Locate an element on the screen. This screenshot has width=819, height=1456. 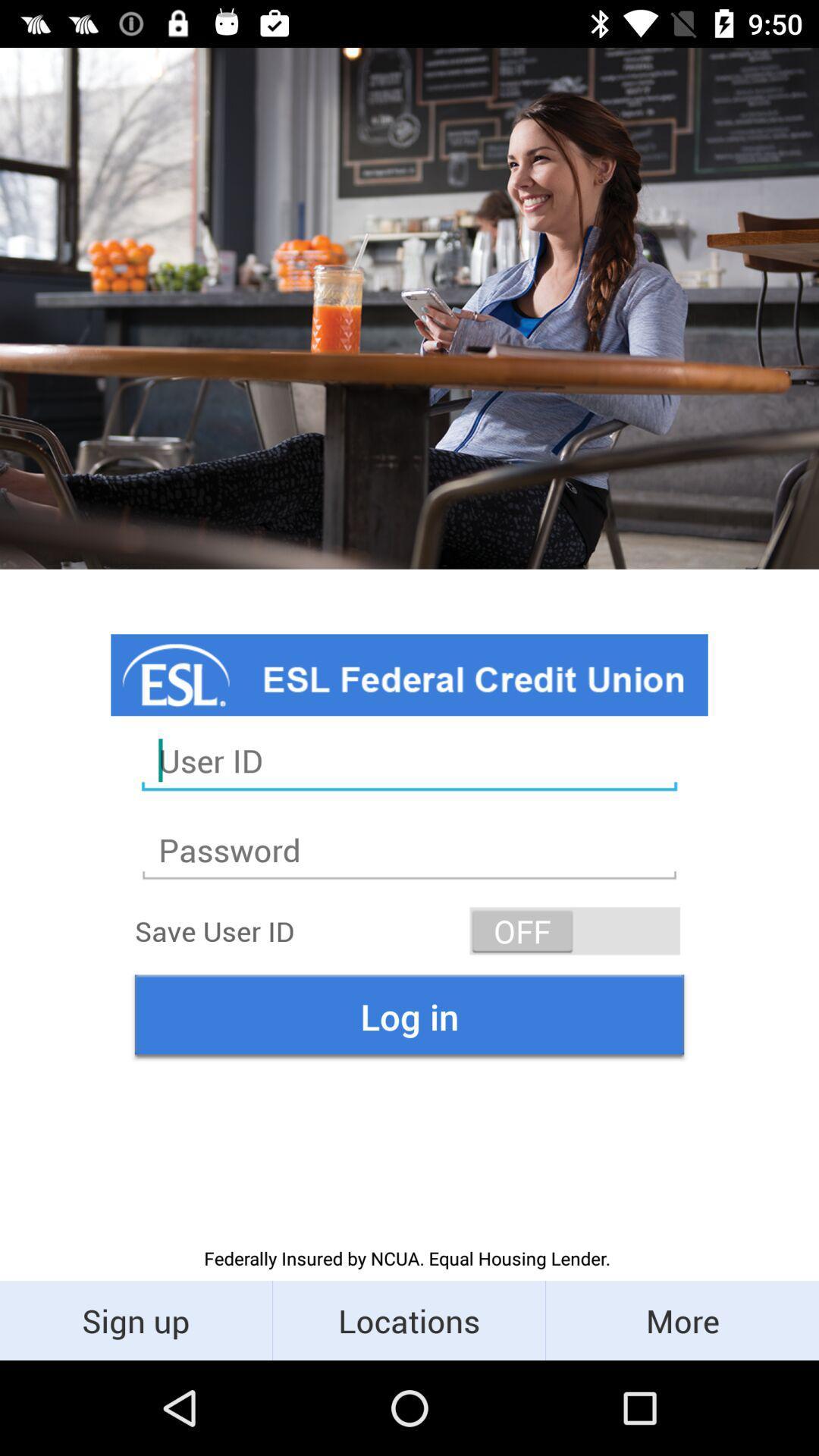
the item below the federally insured by item is located at coordinates (681, 1319).